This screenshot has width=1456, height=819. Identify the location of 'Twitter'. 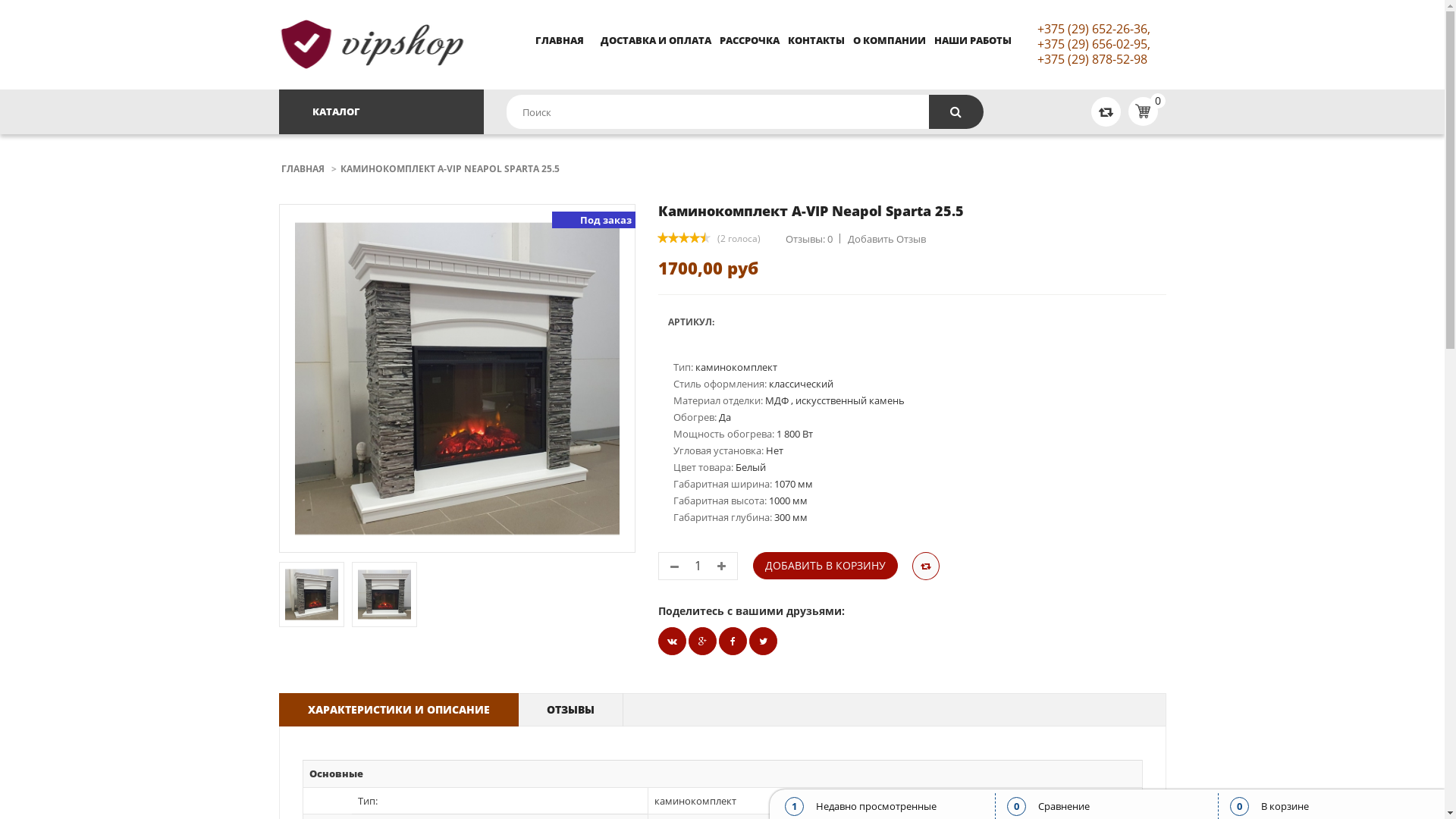
(671, 641).